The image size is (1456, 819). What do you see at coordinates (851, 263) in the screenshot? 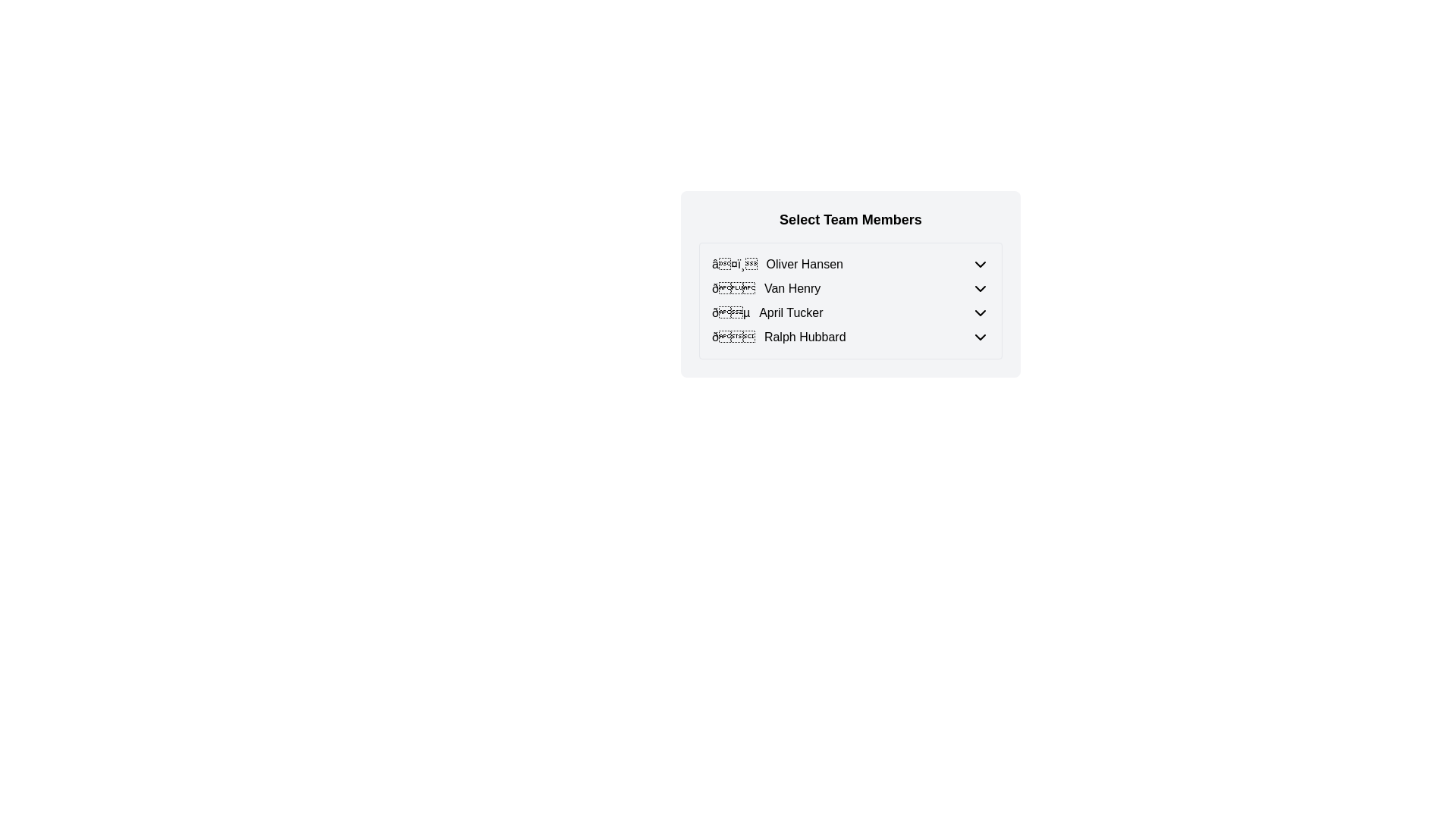
I see `to select the 'Oliver Hansen' entry in the dropdown list of team members` at bounding box center [851, 263].